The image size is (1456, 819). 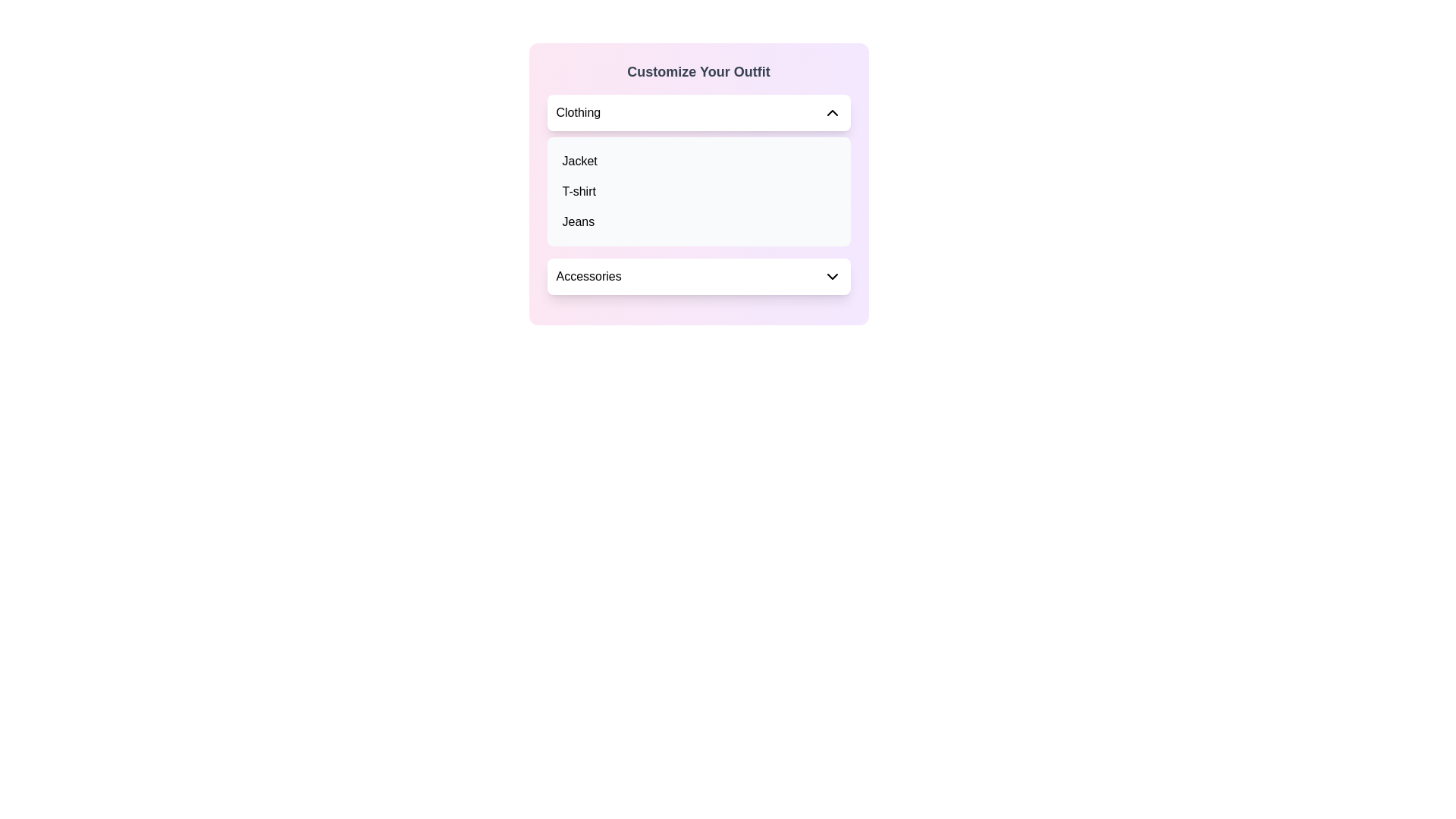 I want to click on the 'Customize Your Outfit' text label, which is styled as bold and centrally aligned at the top of its section, so click(x=698, y=72).